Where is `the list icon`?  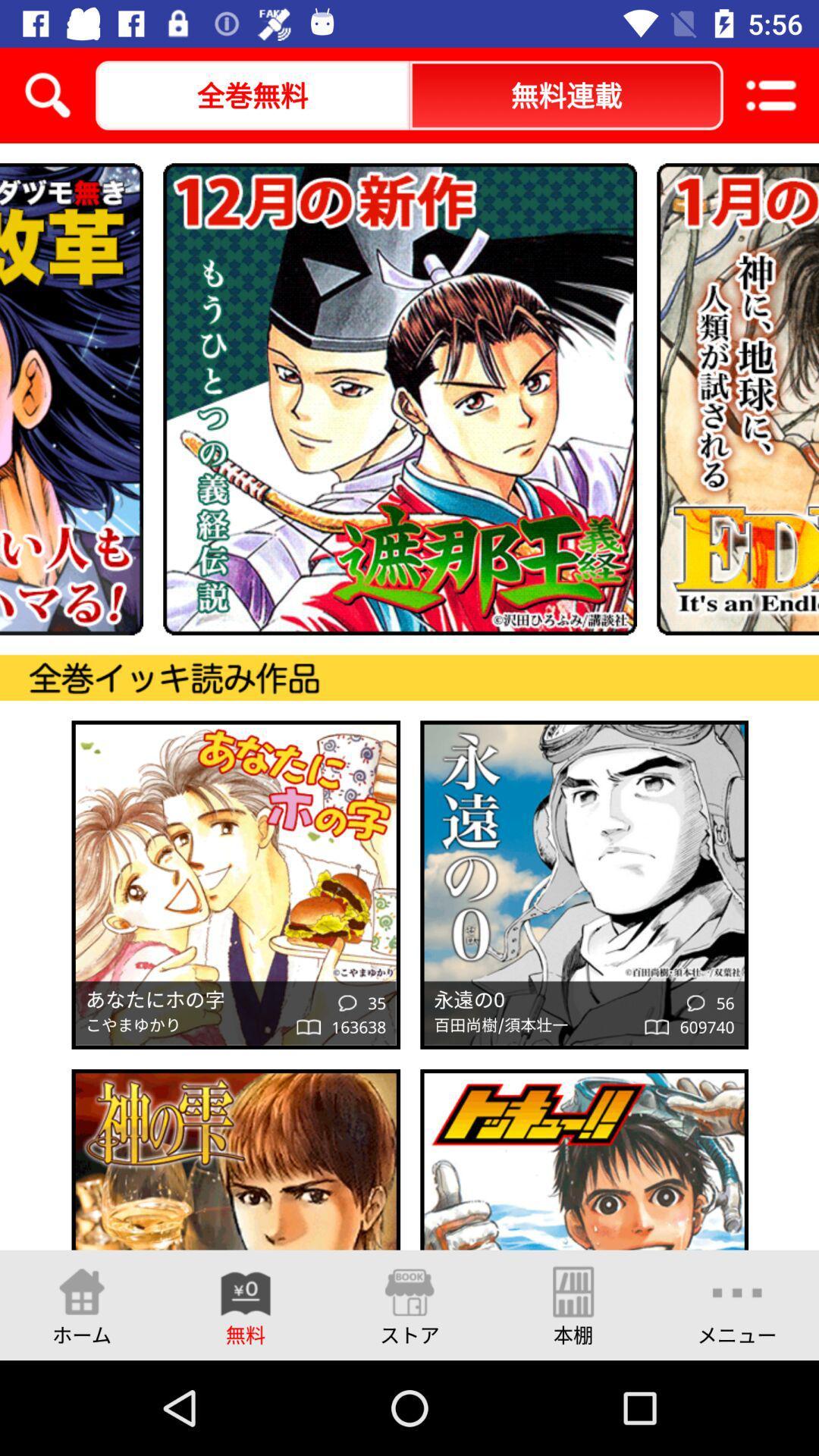 the list icon is located at coordinates (771, 94).